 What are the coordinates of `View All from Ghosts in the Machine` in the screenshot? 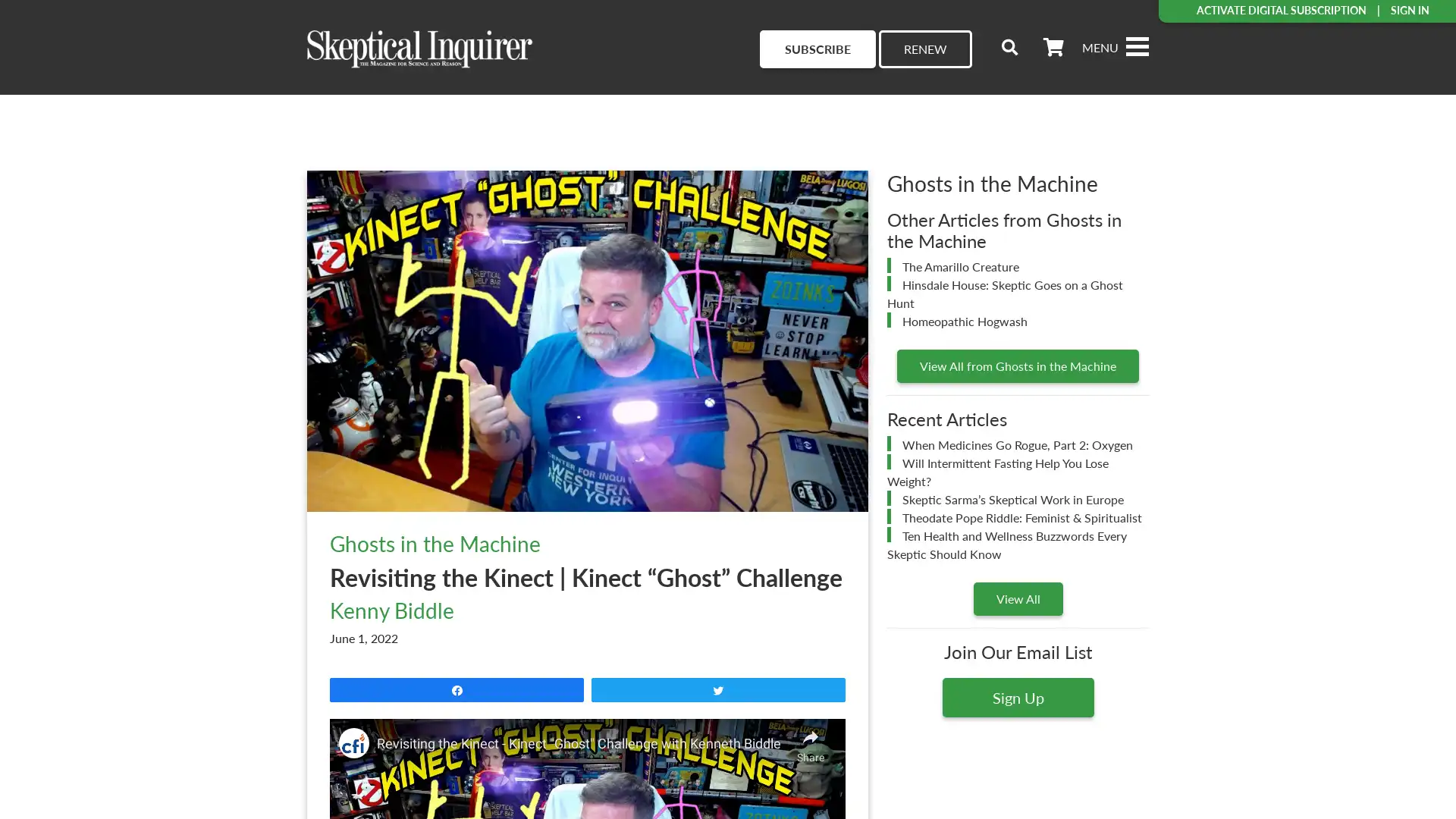 It's located at (1018, 366).